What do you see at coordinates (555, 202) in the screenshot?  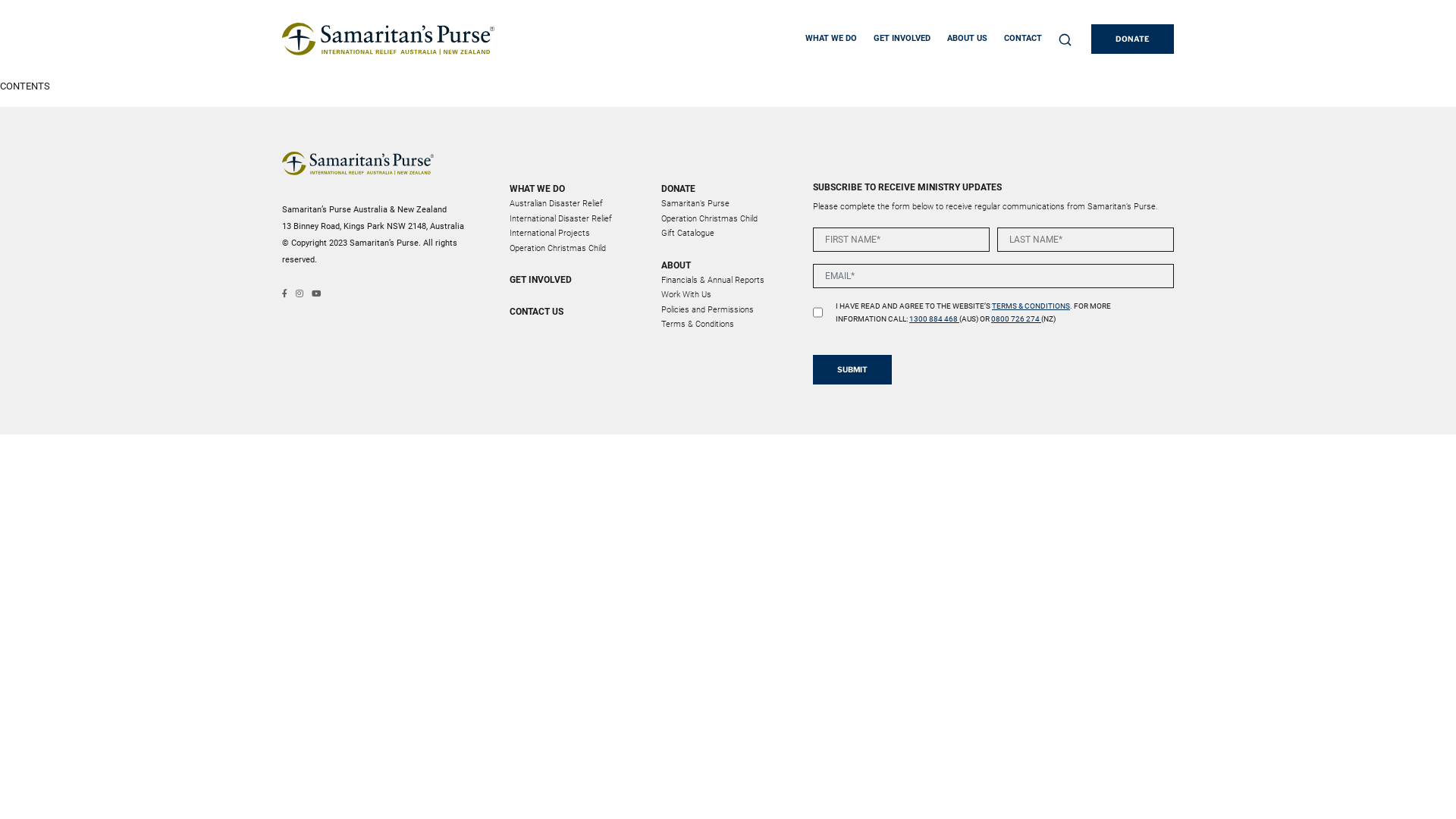 I see `'Australian Disaster Relief'` at bounding box center [555, 202].